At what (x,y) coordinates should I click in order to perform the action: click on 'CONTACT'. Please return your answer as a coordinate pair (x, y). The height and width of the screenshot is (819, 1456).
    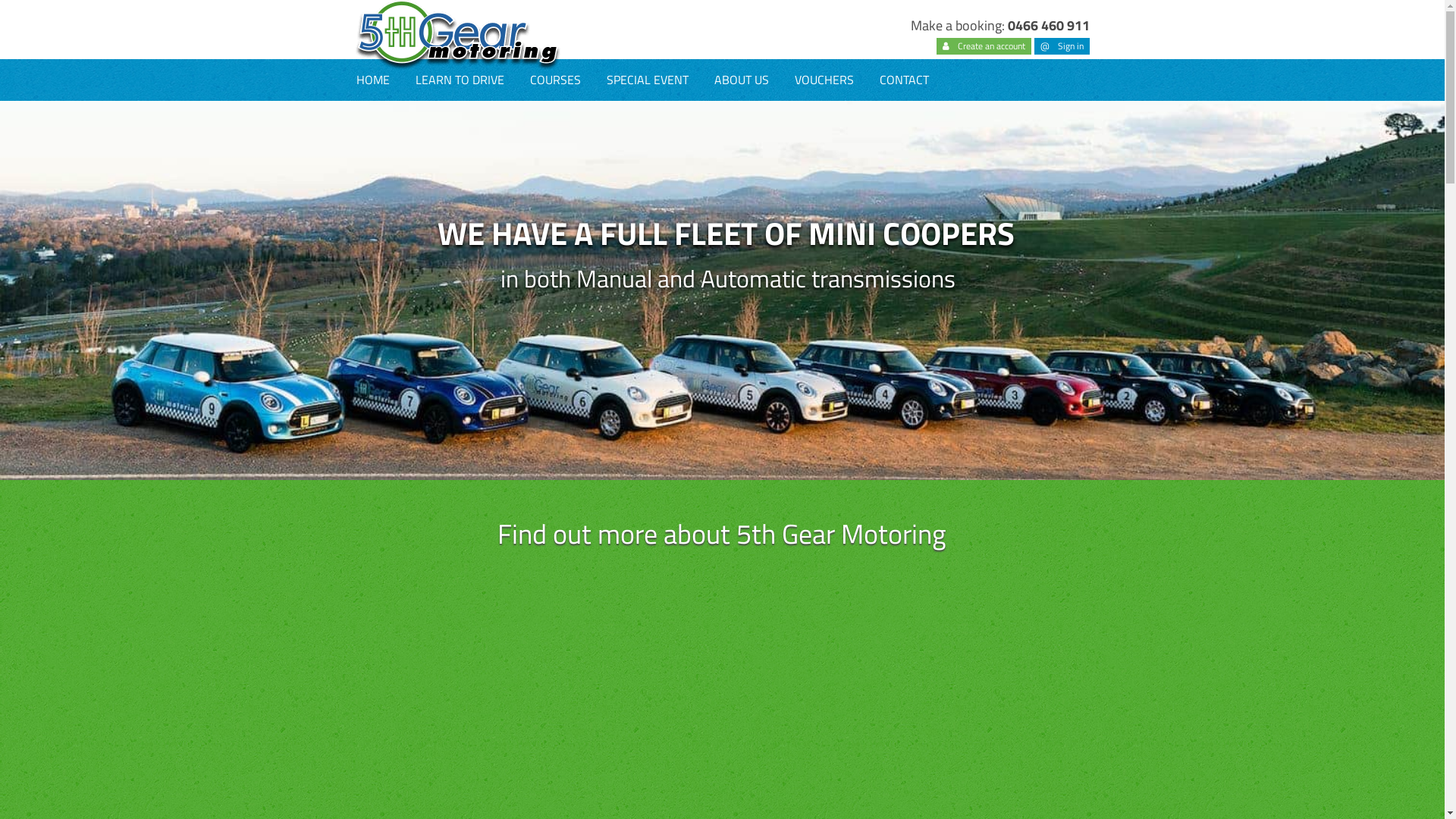
    Looking at the image, I should click on (903, 80).